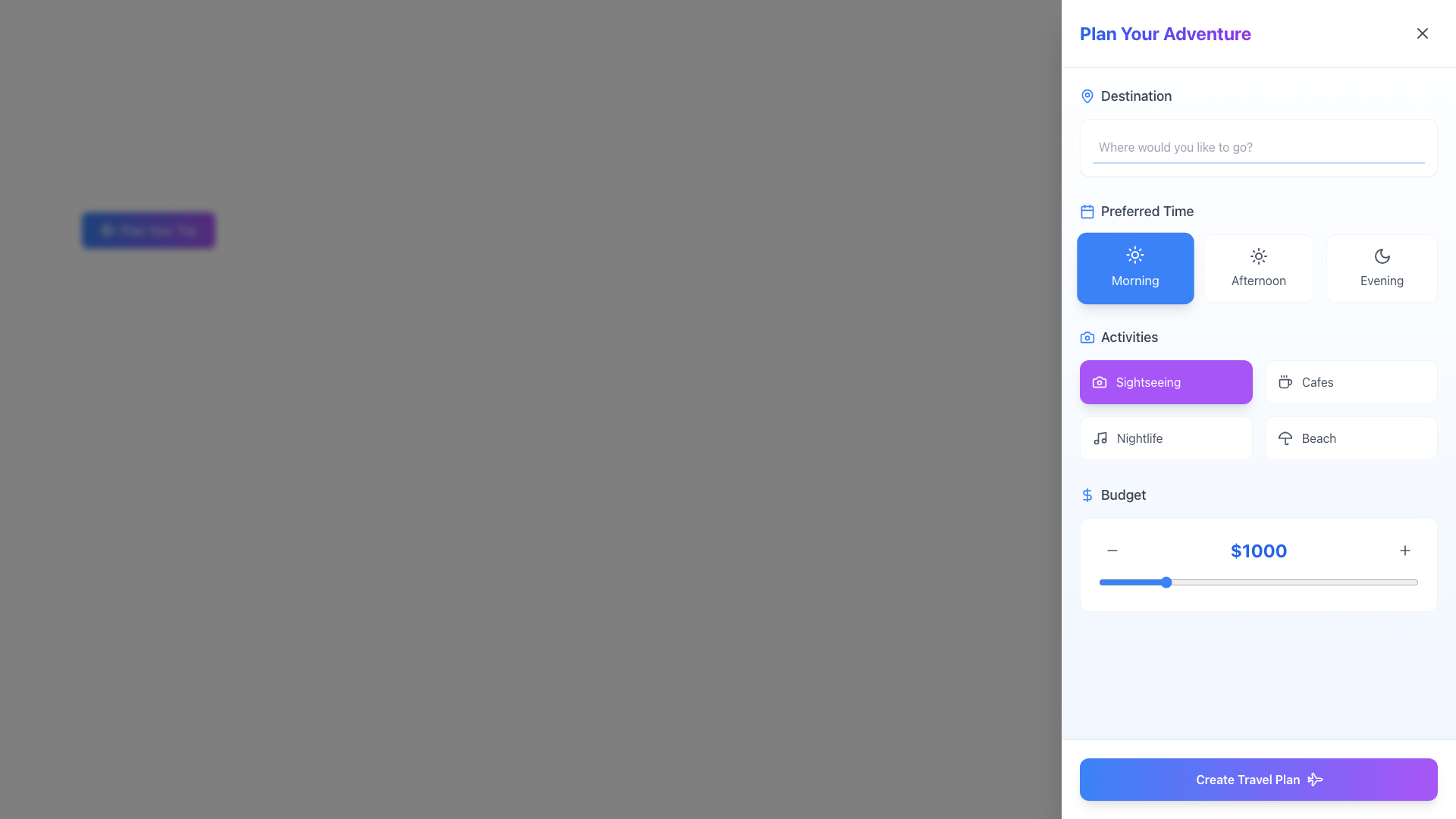 The height and width of the screenshot is (819, 1456). What do you see at coordinates (1259, 256) in the screenshot?
I see `the circular sun icon with rays extending outward located in the 'Afternoon' option area of the 'Preferred Time' section` at bounding box center [1259, 256].